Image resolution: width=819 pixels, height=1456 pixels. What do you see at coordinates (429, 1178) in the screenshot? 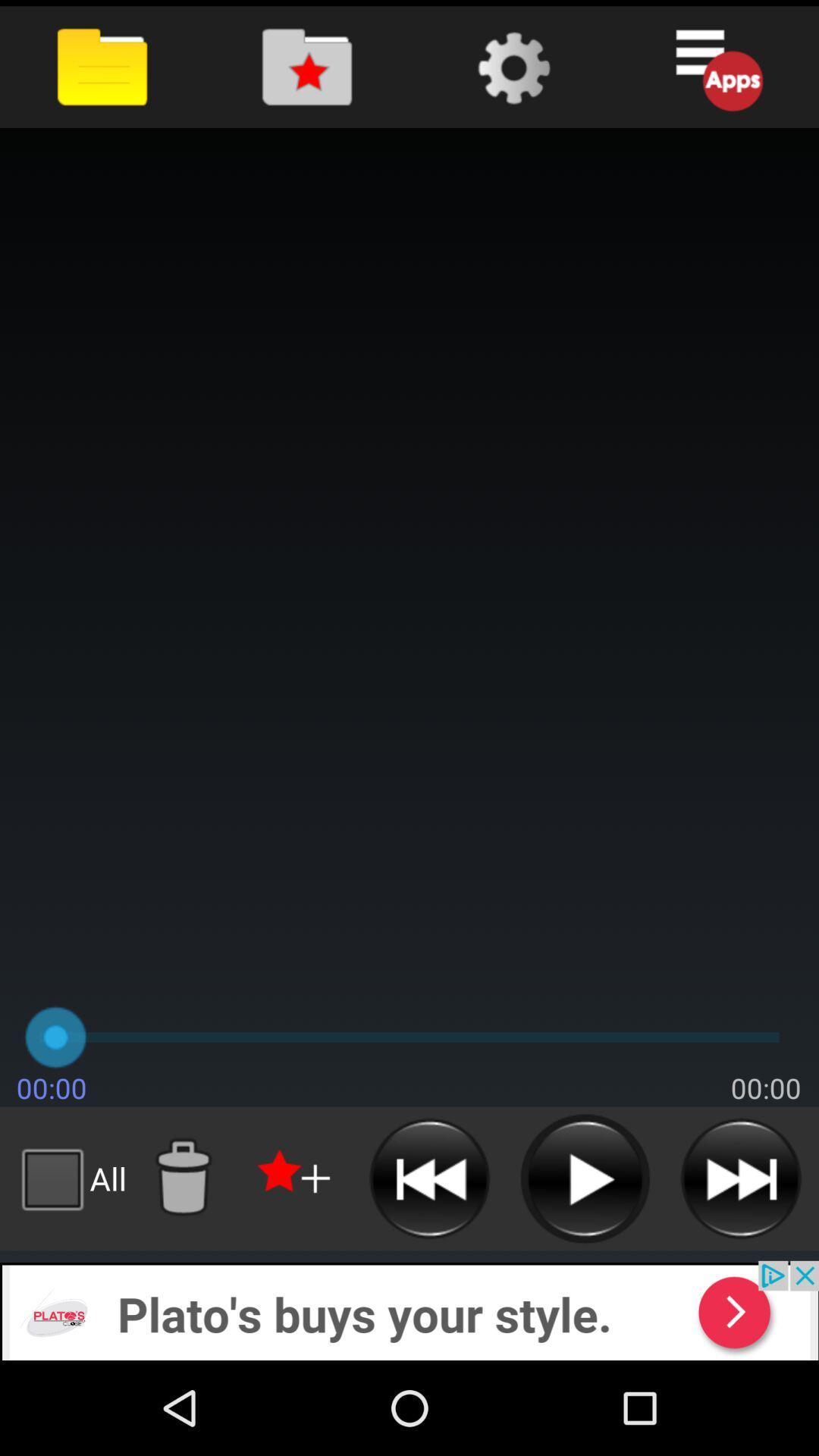
I see `rewind` at bounding box center [429, 1178].